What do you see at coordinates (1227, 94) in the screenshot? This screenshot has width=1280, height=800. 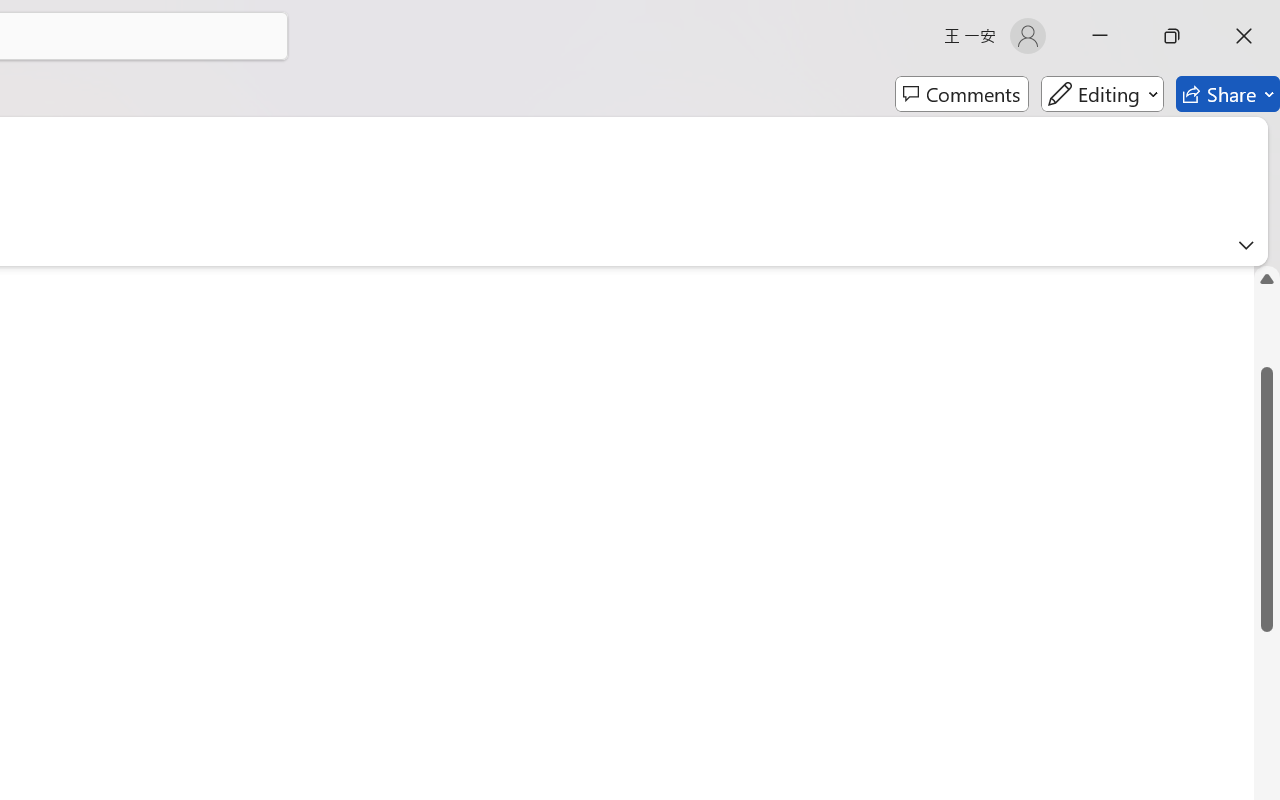 I see `'Share'` at bounding box center [1227, 94].